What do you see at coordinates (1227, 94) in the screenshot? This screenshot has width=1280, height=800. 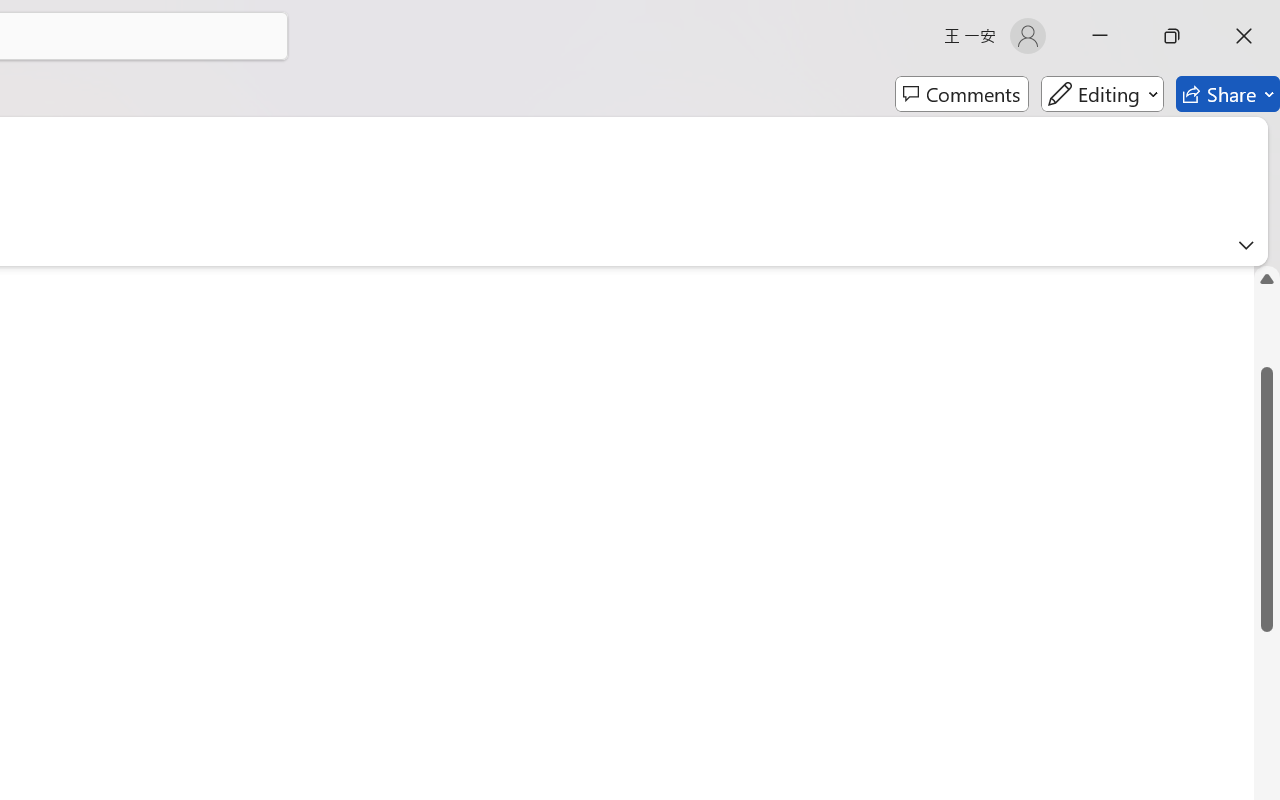 I see `'Share'` at bounding box center [1227, 94].